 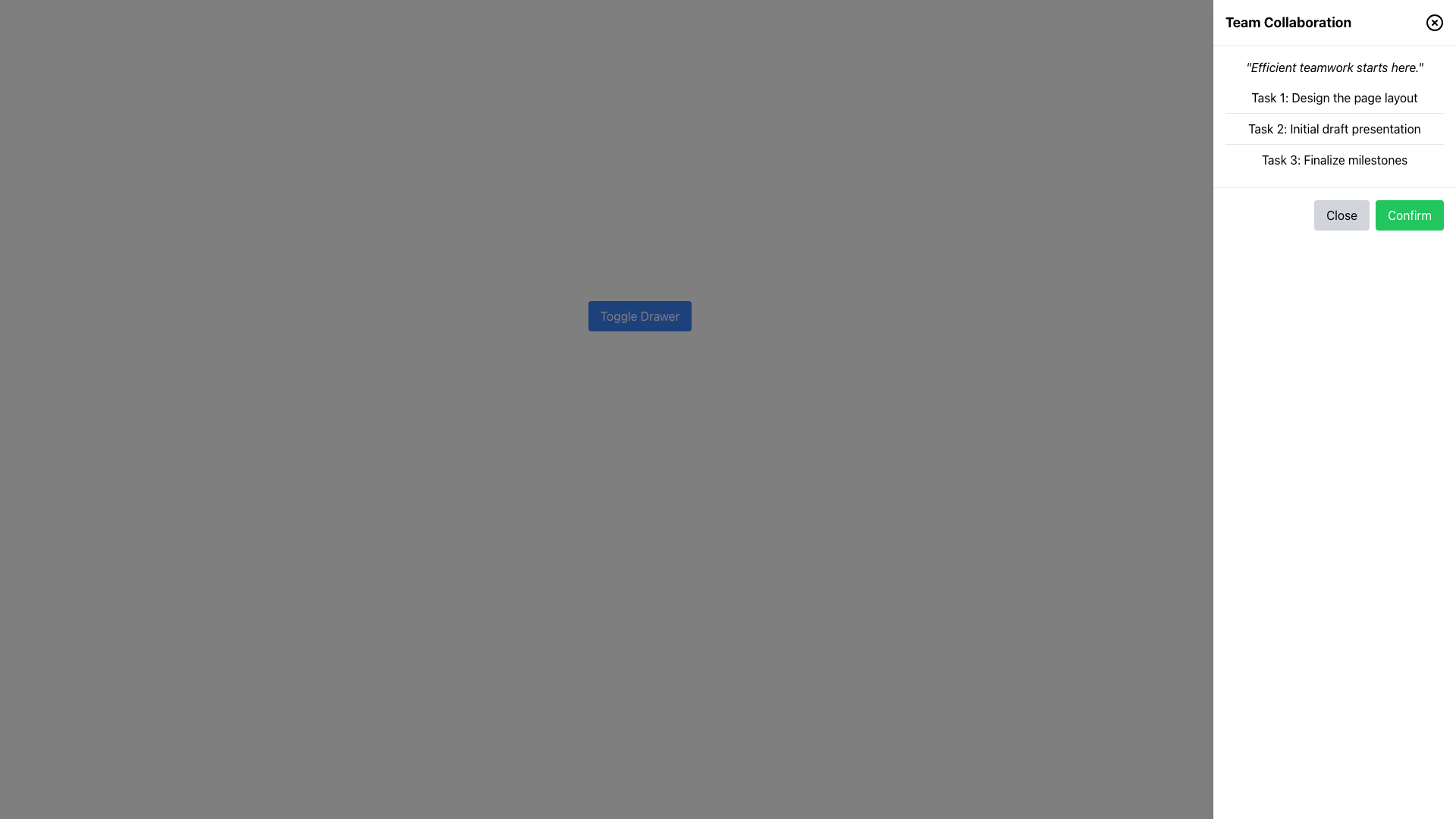 I want to click on the 'Toggle Drawer' button, which is a rectangular button with white text on a solid blue background, so click(x=640, y=315).